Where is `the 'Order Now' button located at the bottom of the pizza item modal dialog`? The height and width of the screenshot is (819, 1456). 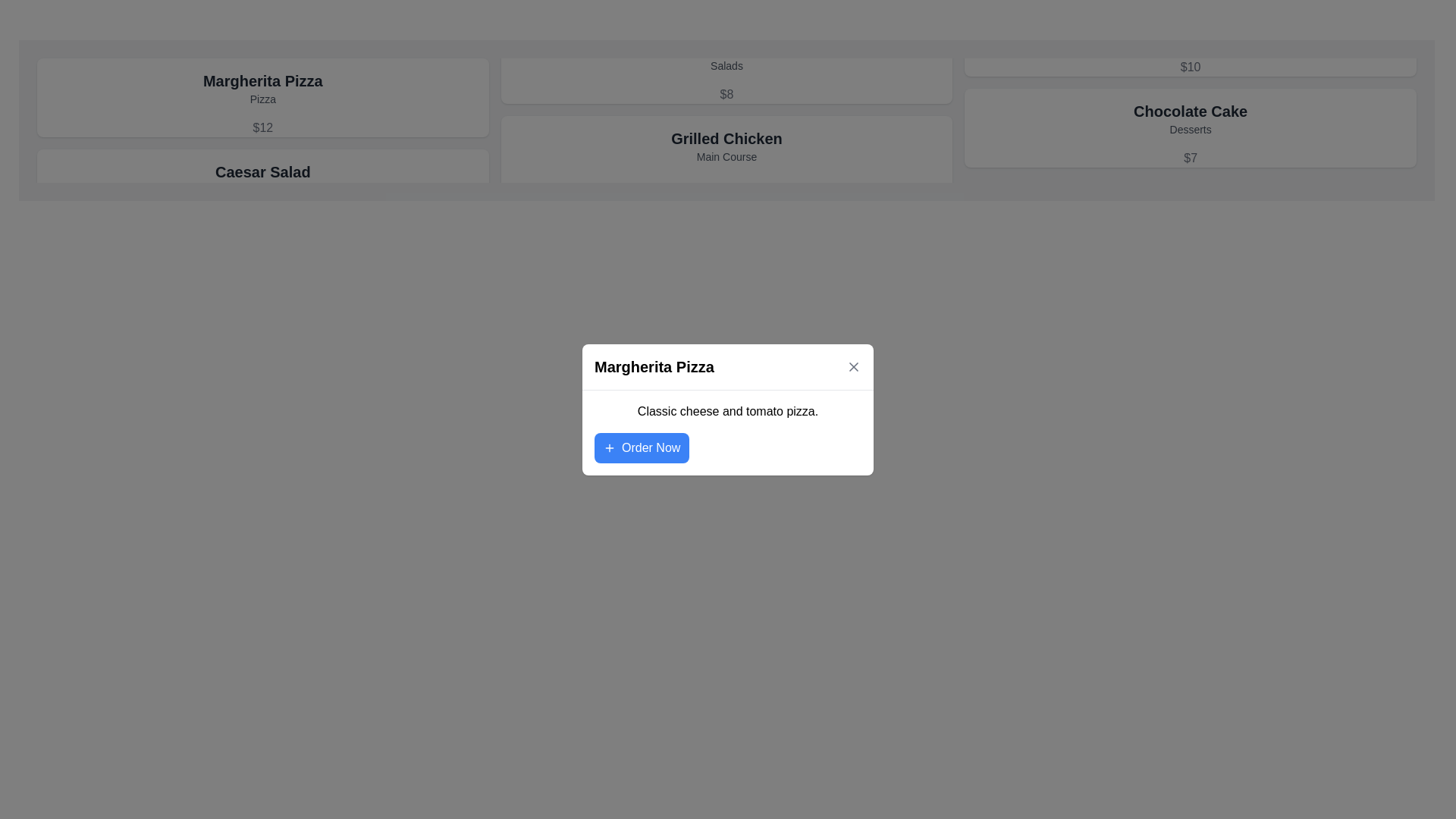
the 'Order Now' button located at the bottom of the pizza item modal dialog is located at coordinates (642, 447).